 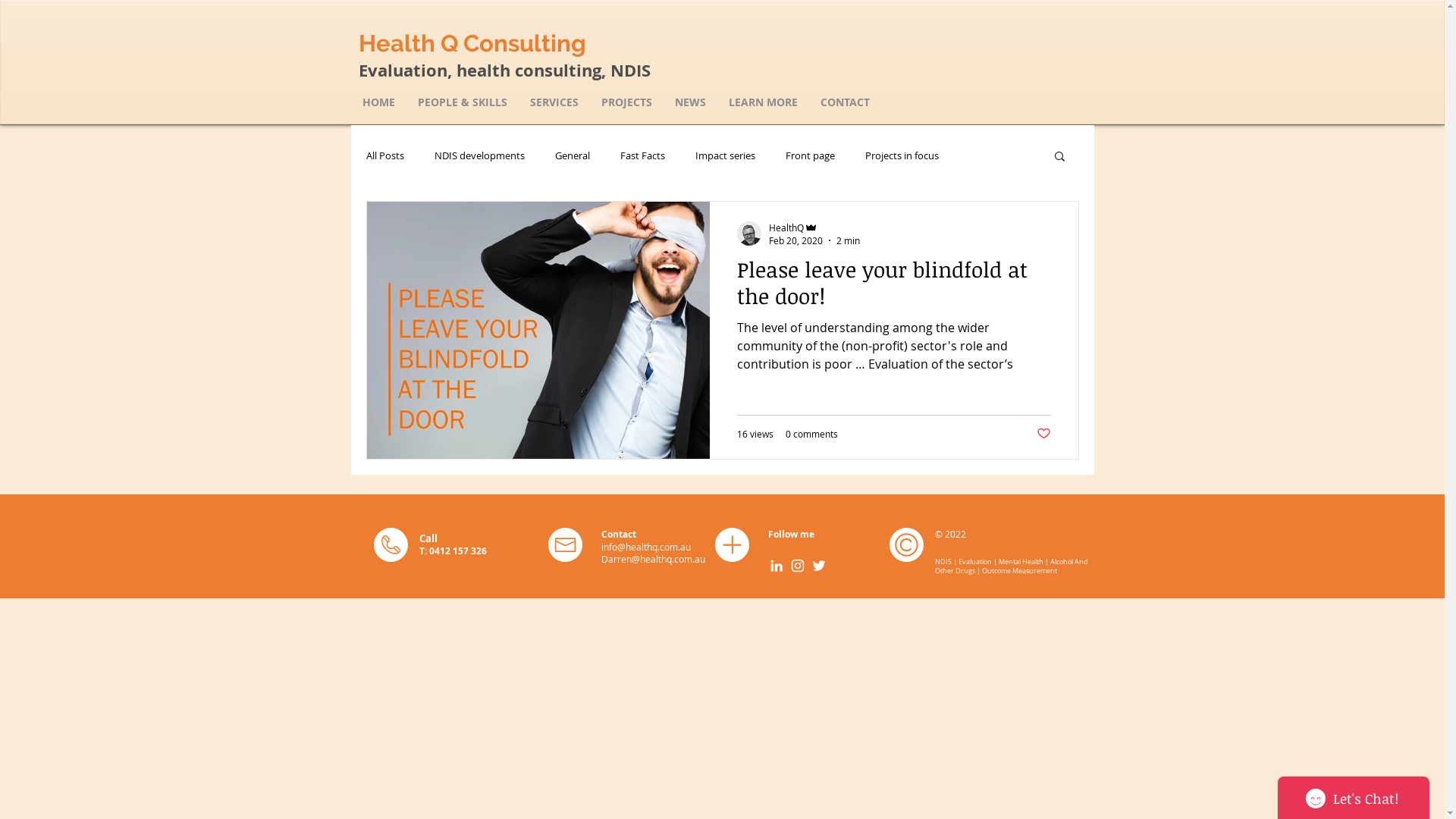 I want to click on 'info@healthq.com.au', so click(x=645, y=546).